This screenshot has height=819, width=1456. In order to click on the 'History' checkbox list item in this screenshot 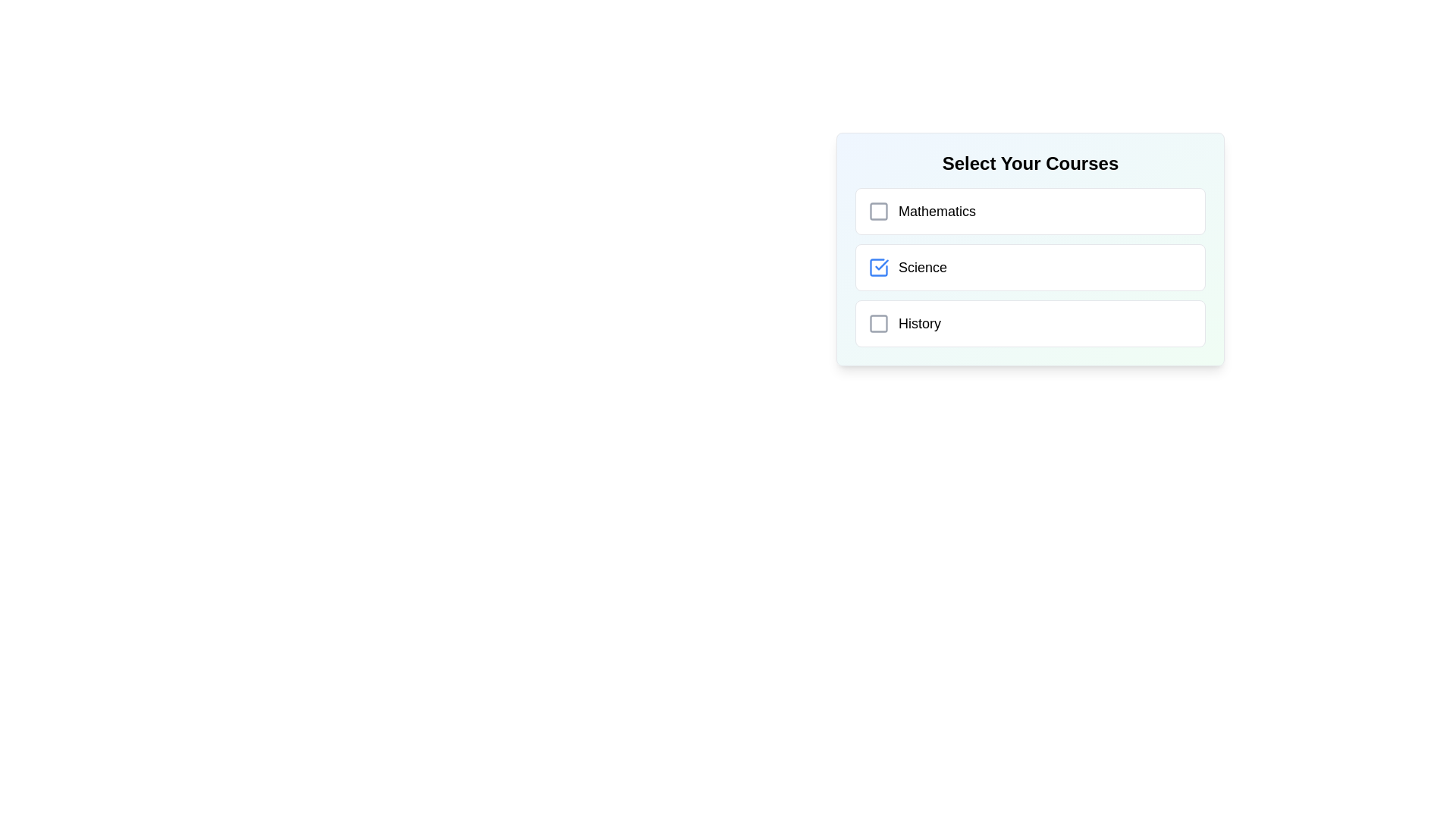, I will do `click(1030, 323)`.